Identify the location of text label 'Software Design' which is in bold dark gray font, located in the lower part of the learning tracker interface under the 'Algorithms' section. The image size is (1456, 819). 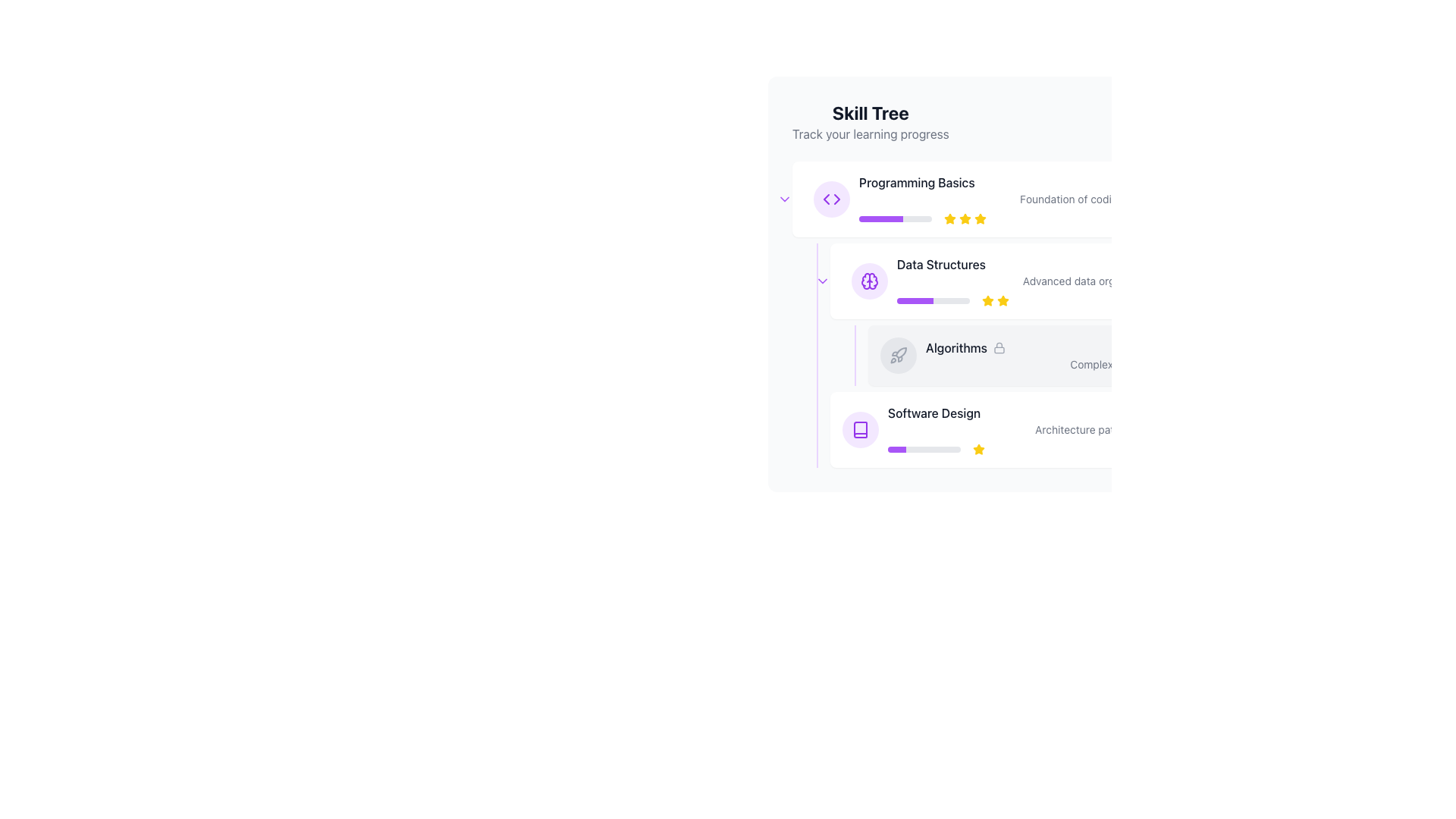
(934, 413).